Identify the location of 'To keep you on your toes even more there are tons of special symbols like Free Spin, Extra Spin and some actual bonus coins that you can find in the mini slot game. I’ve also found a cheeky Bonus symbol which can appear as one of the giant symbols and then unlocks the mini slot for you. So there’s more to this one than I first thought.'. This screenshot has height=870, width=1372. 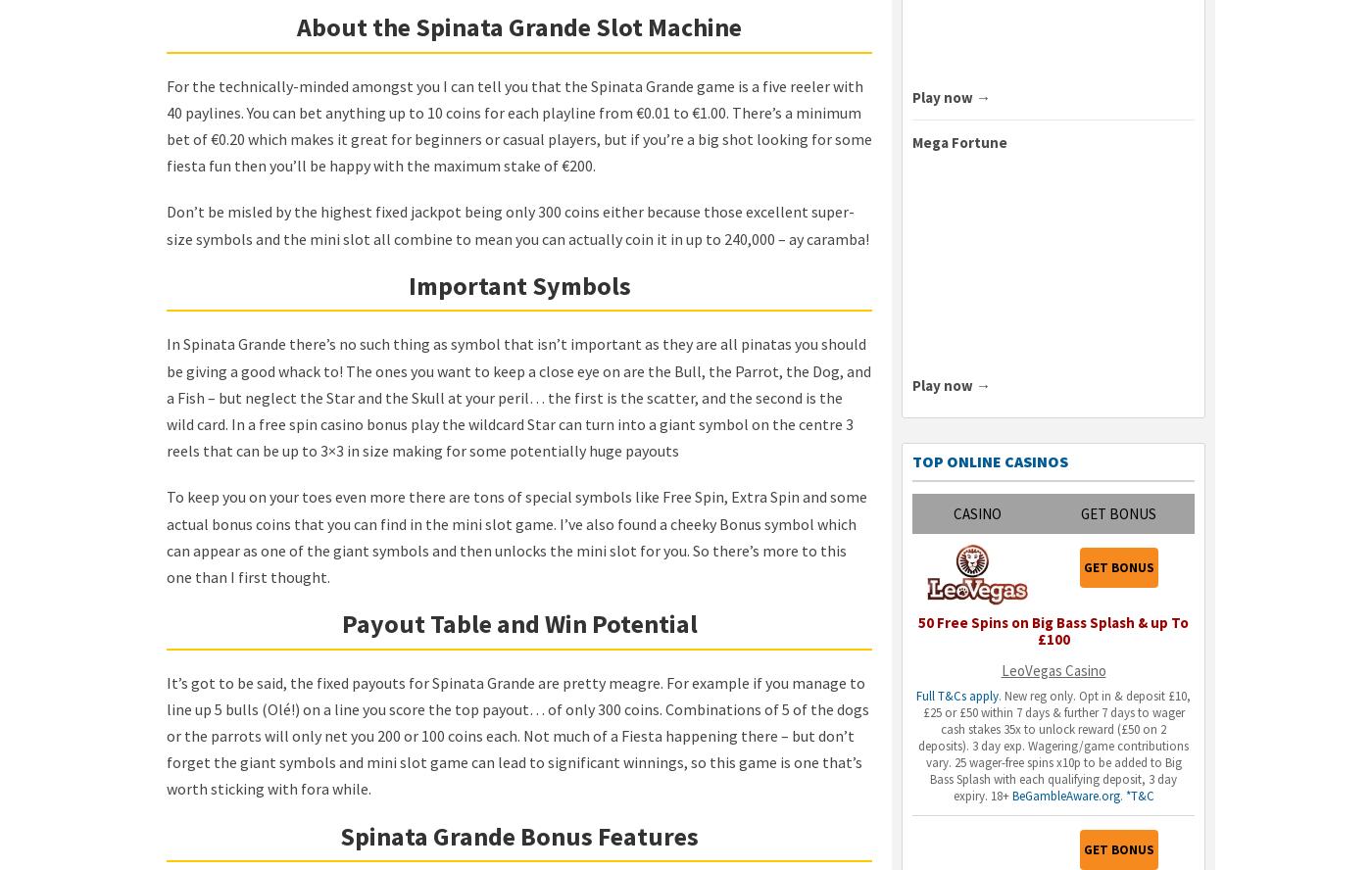
(516, 535).